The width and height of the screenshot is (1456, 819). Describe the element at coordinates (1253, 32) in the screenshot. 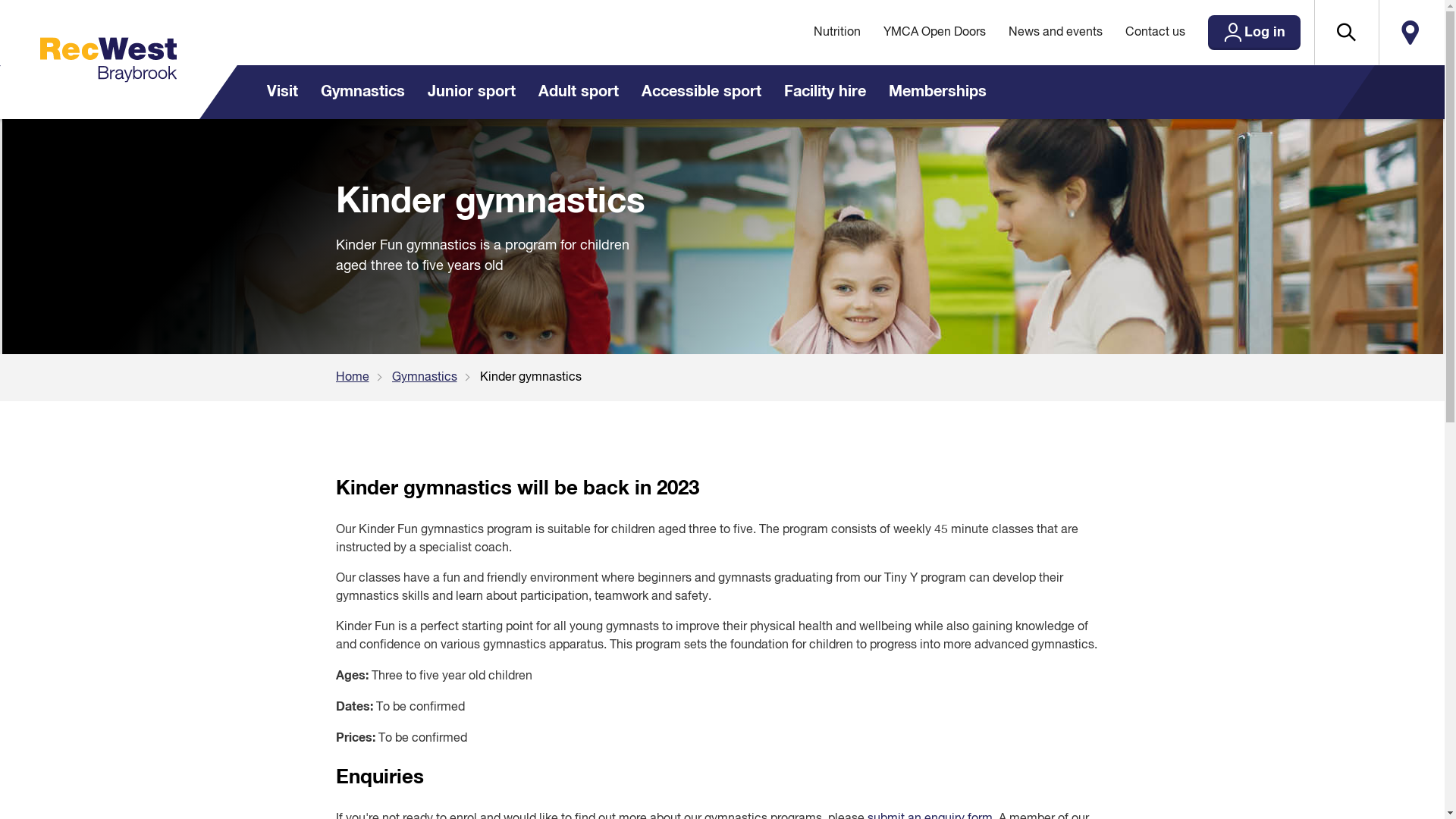

I see `'Log in'` at that location.